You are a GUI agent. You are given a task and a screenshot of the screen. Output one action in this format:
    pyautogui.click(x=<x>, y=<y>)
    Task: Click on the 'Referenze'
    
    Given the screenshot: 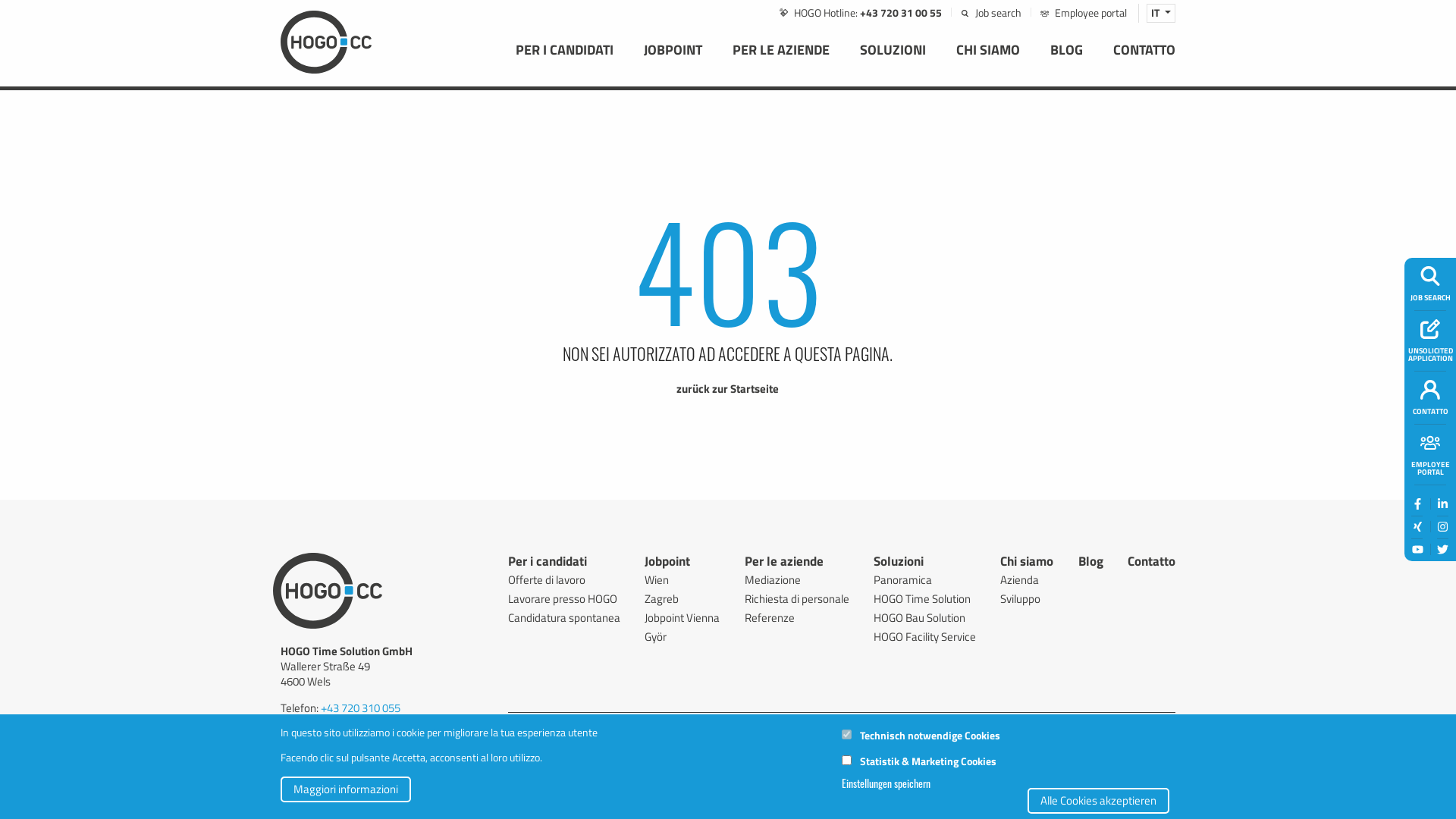 What is the action you would take?
    pyautogui.click(x=796, y=617)
    